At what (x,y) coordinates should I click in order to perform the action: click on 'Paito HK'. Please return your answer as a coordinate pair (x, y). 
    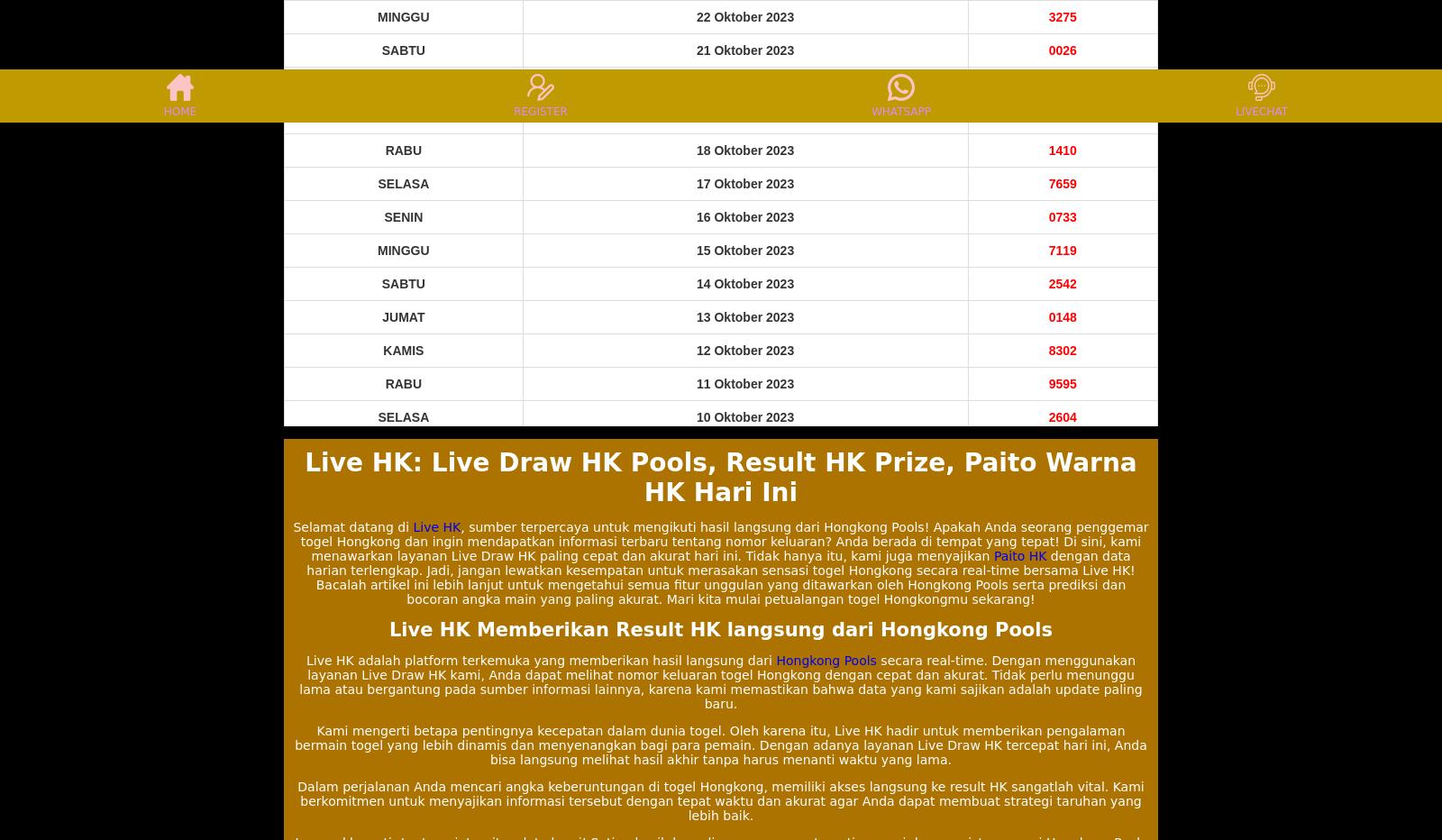
    Looking at the image, I should click on (1019, 554).